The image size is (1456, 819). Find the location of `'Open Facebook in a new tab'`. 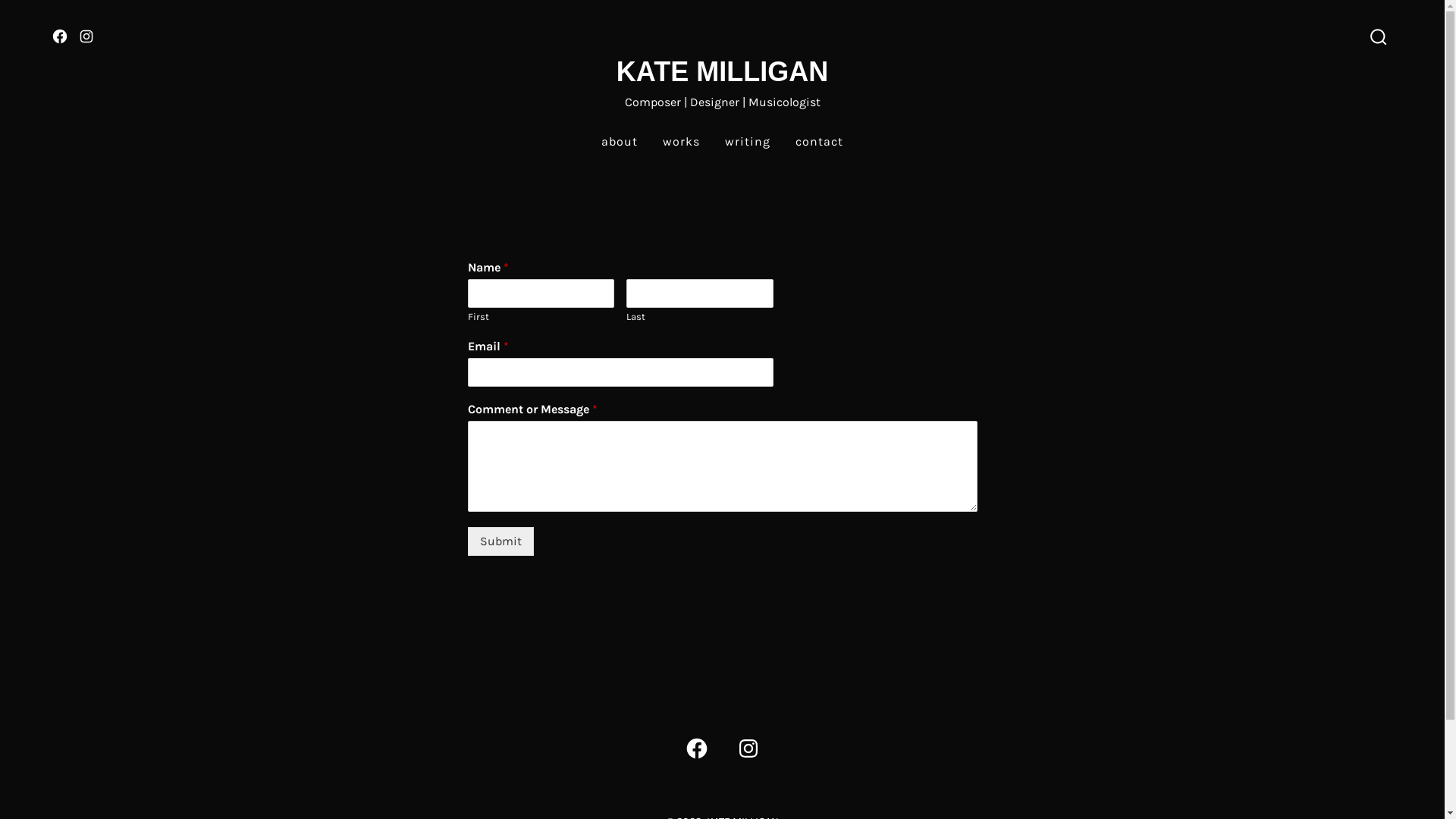

'Open Facebook in a new tab' is located at coordinates (695, 748).